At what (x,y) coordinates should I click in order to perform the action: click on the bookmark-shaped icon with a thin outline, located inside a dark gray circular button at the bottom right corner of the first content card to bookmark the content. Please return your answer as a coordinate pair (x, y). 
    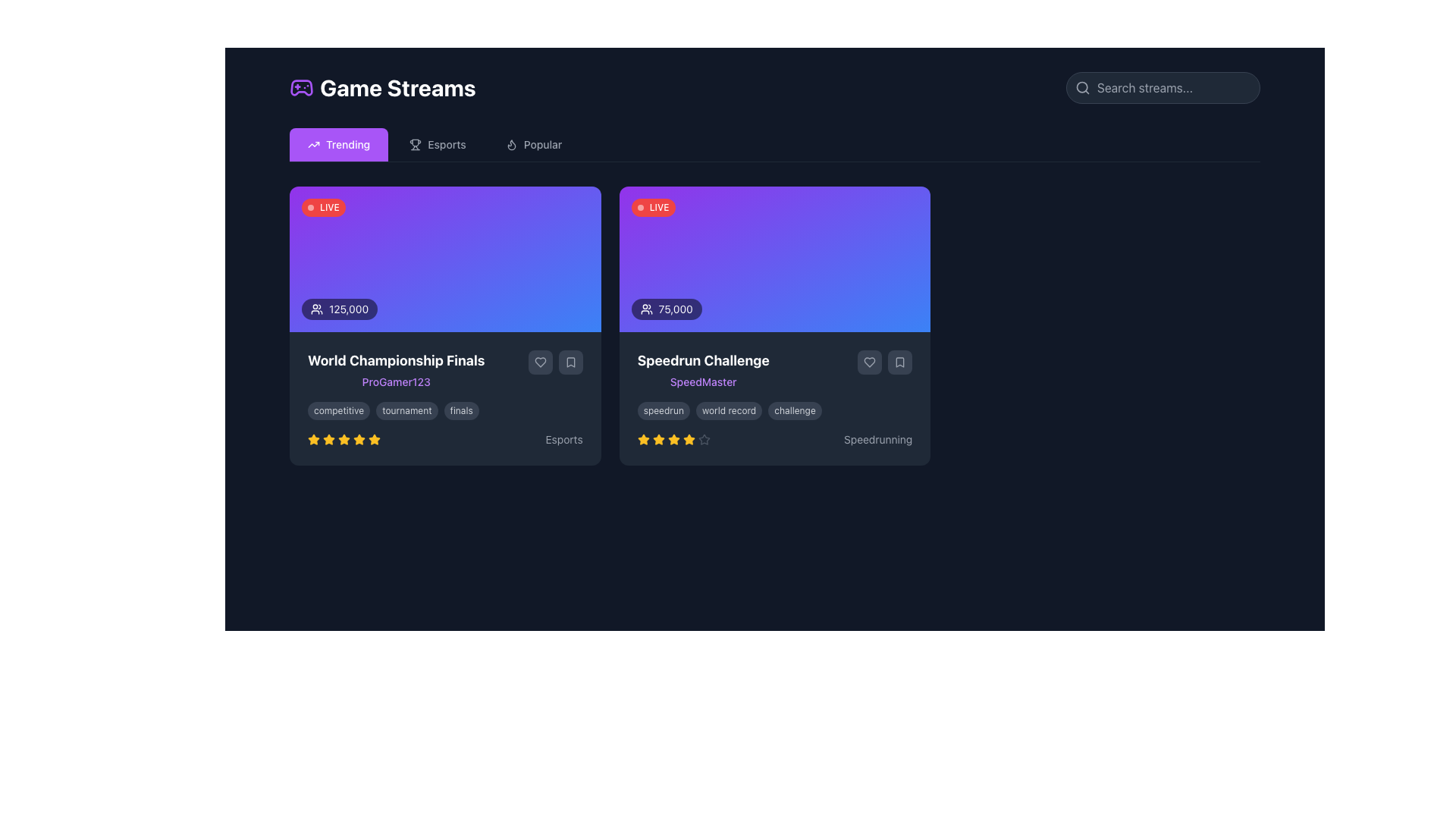
    Looking at the image, I should click on (570, 362).